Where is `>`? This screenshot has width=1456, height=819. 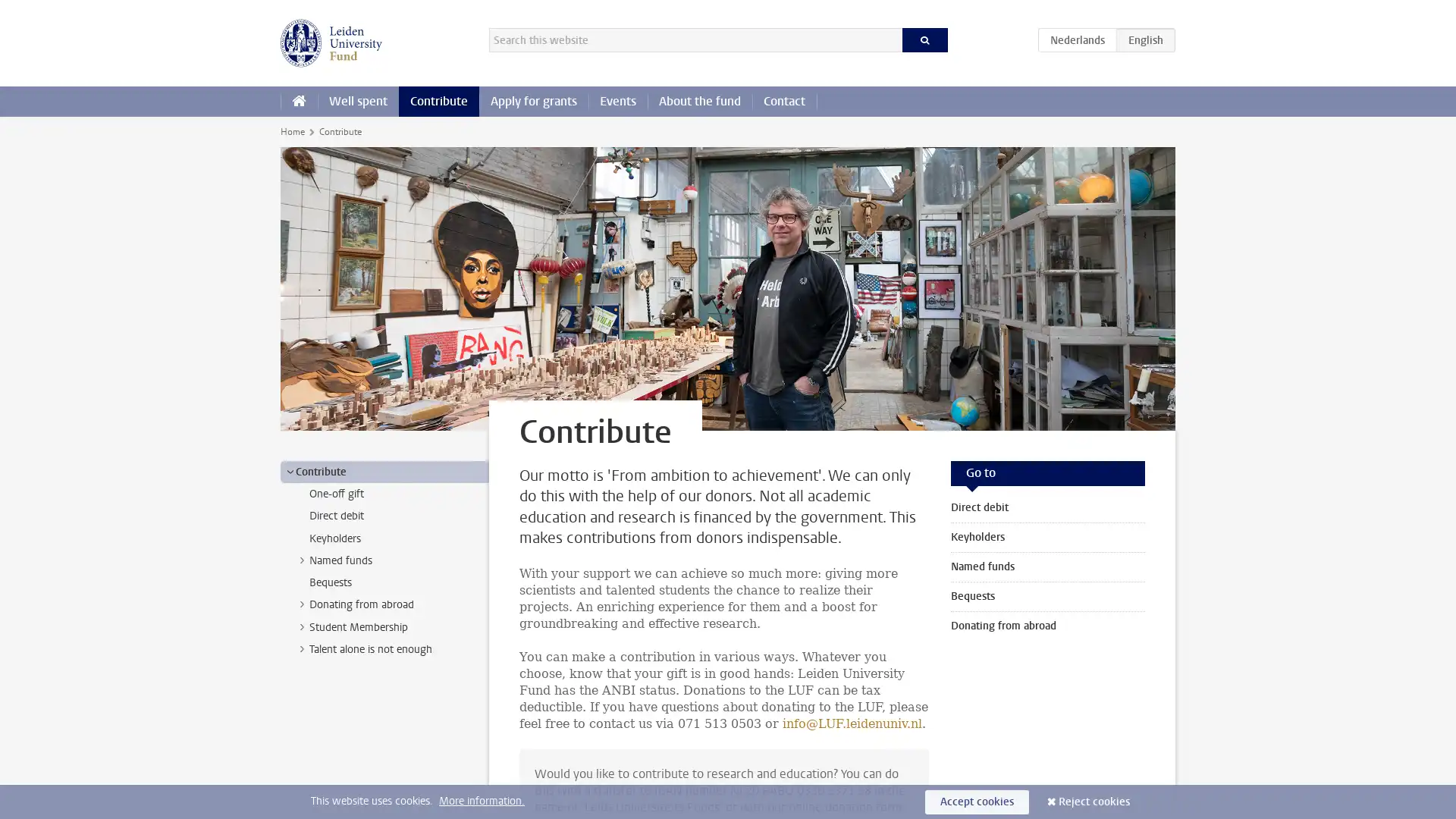
> is located at coordinates (302, 604).